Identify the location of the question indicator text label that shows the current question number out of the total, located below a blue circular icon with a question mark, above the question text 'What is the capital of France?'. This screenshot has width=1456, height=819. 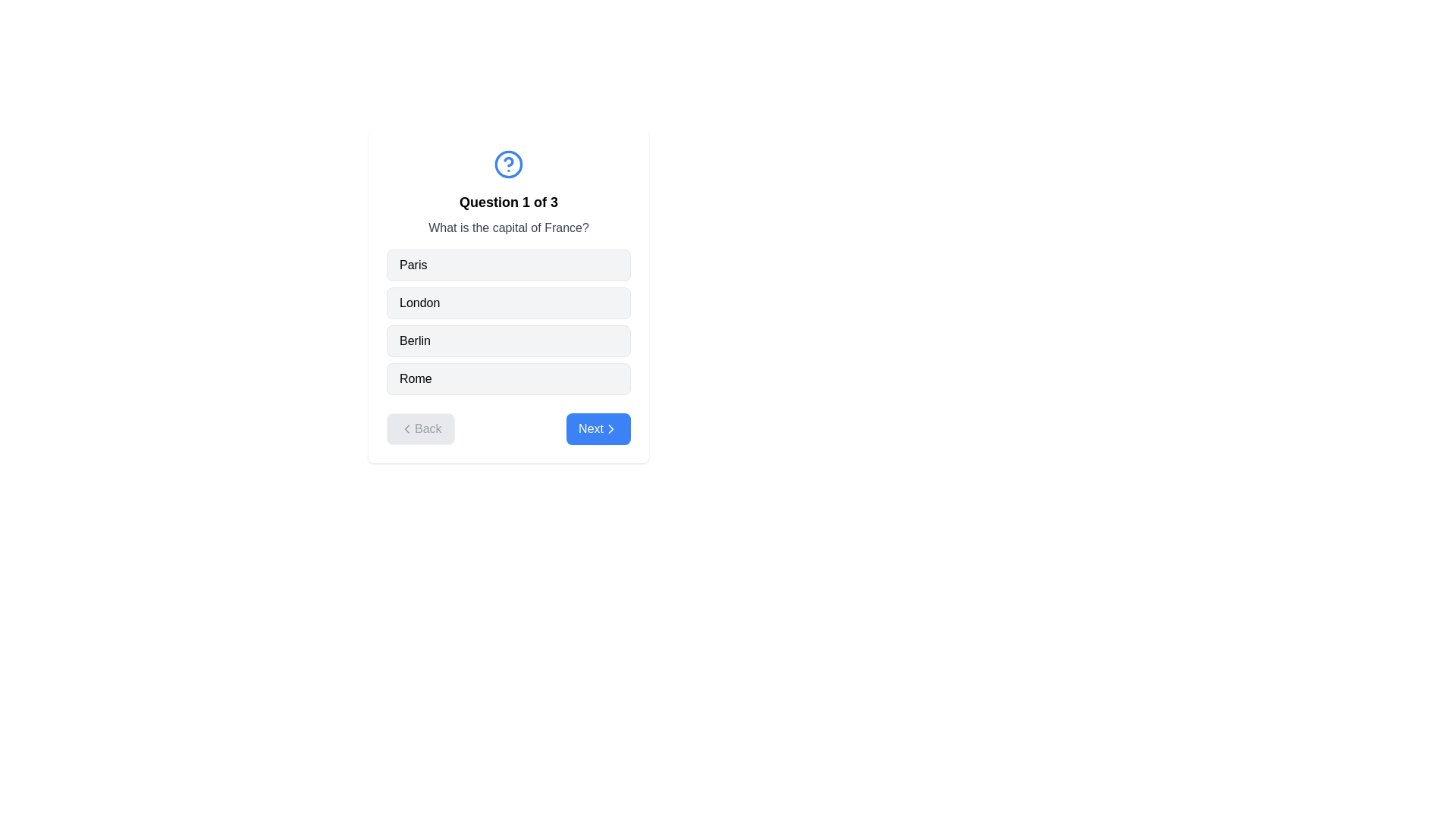
(509, 201).